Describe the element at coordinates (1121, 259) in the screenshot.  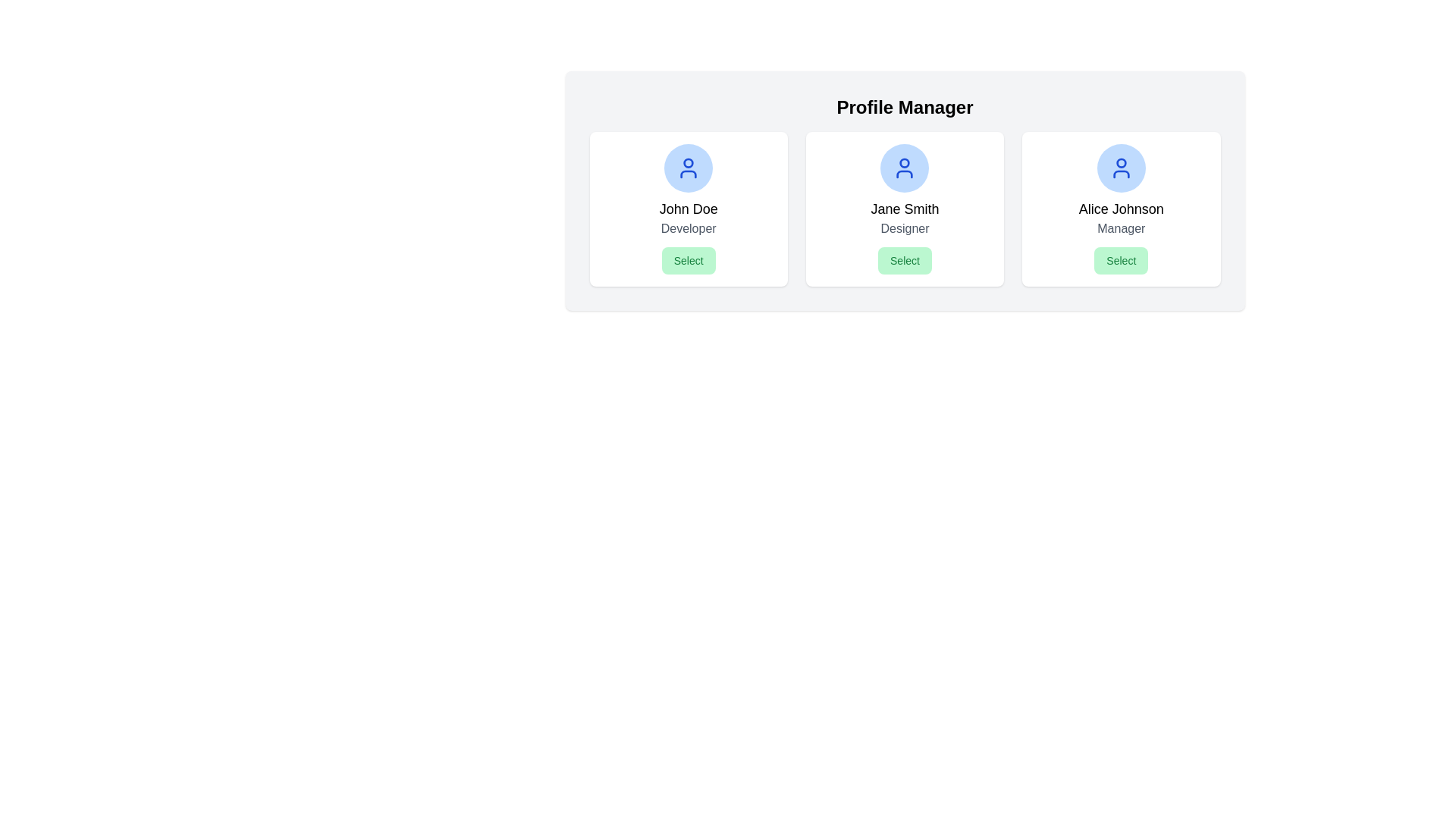
I see `the 'Select' button, which has rounded corners, a light green background, and displays the text 'Select' in green font color` at that location.